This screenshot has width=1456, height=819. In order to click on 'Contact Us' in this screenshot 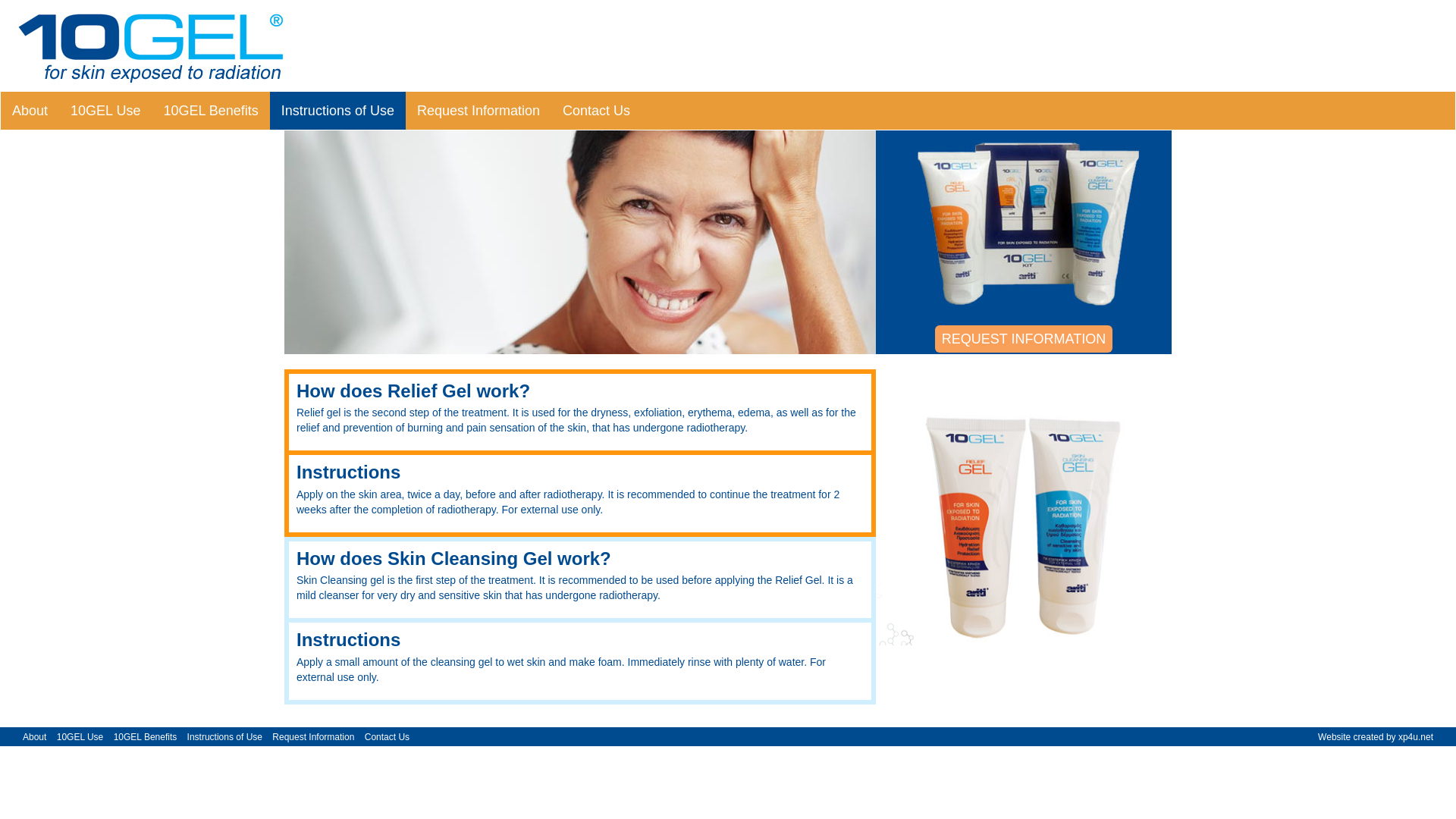, I will do `click(595, 110)`.